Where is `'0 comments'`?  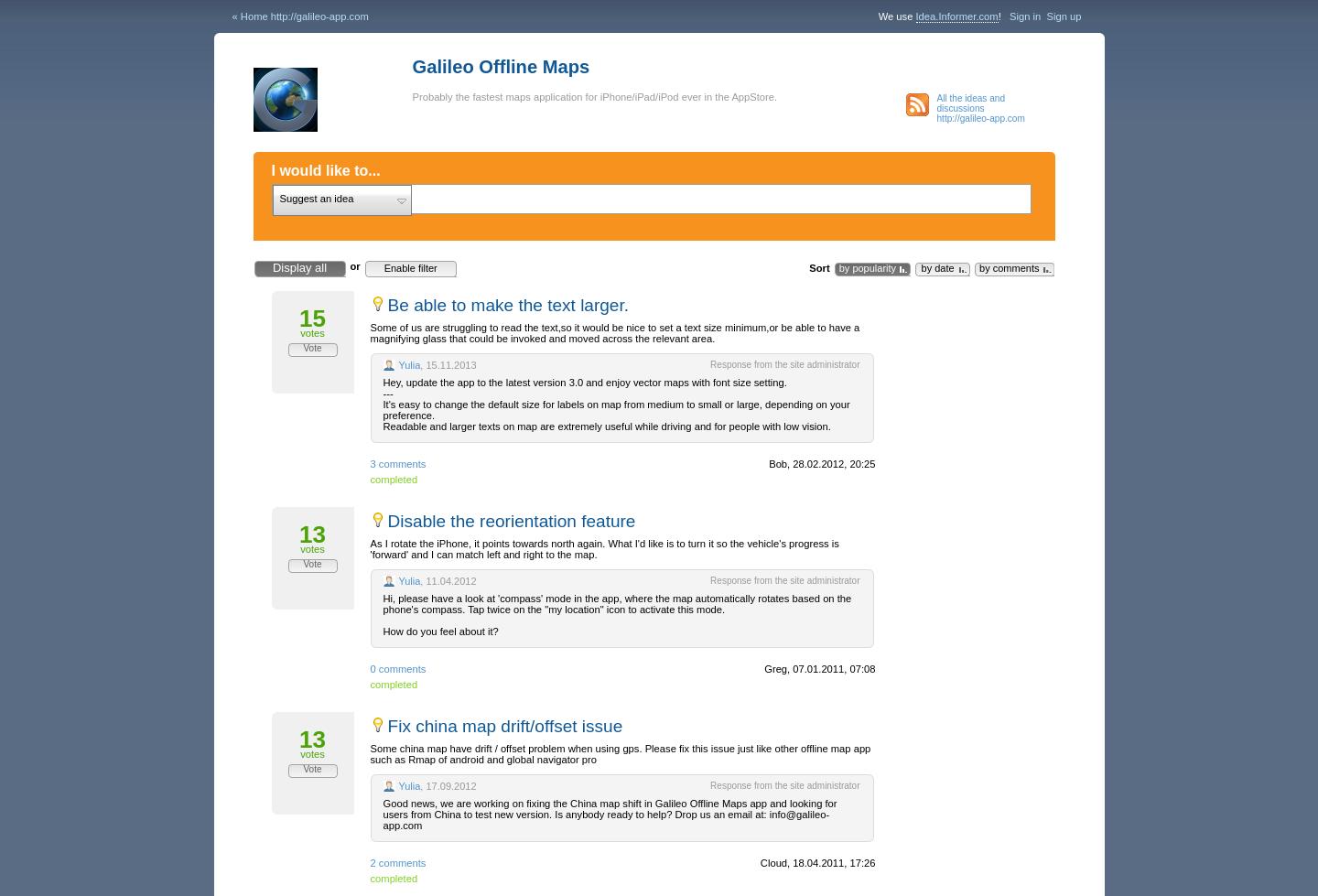 '0 comments' is located at coordinates (397, 668).